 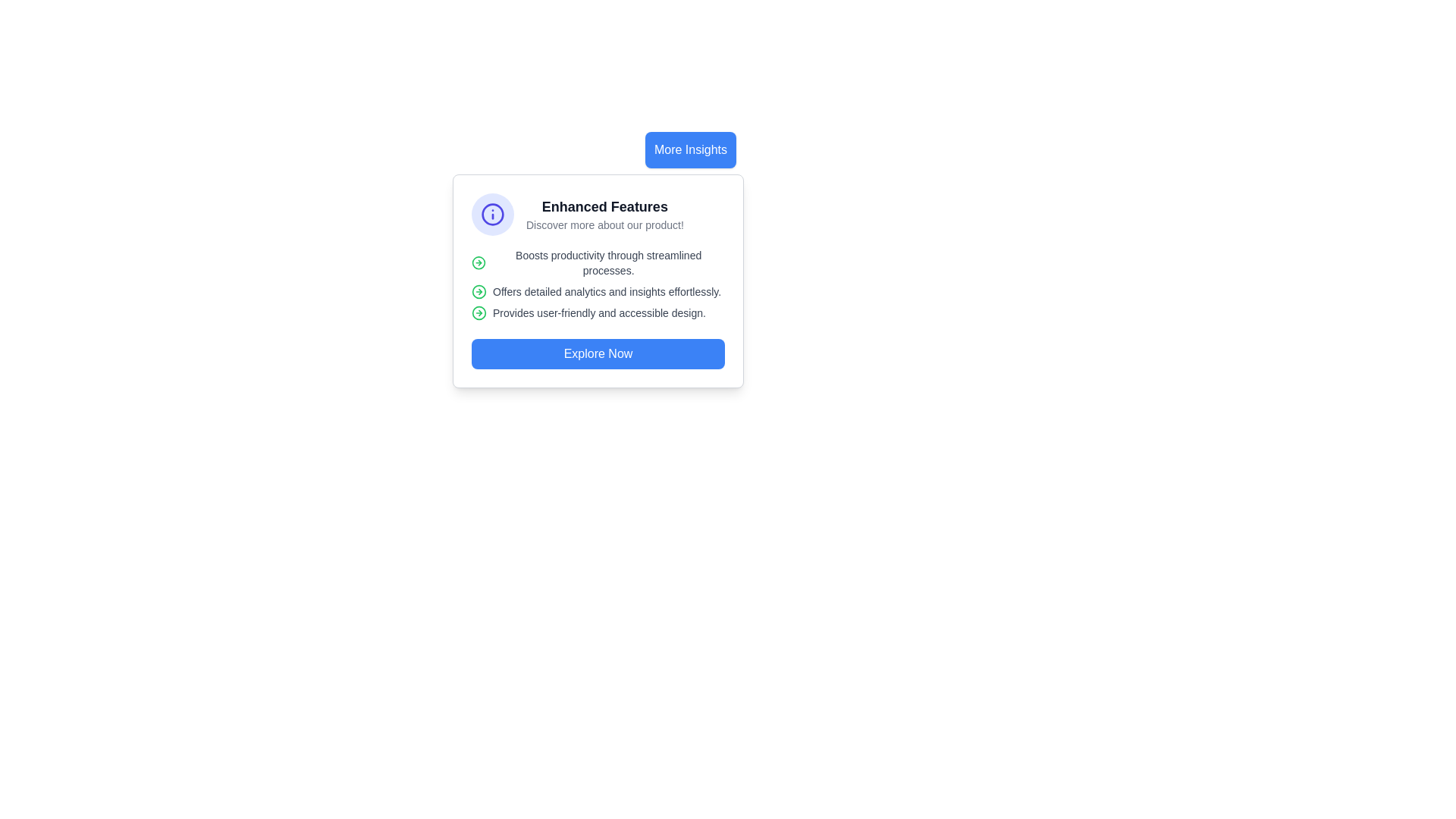 What do you see at coordinates (479, 292) in the screenshot?
I see `the icon in the second row of the 'Enhanced Features' section, which serves as a visual indicator for the feature's functionality` at bounding box center [479, 292].